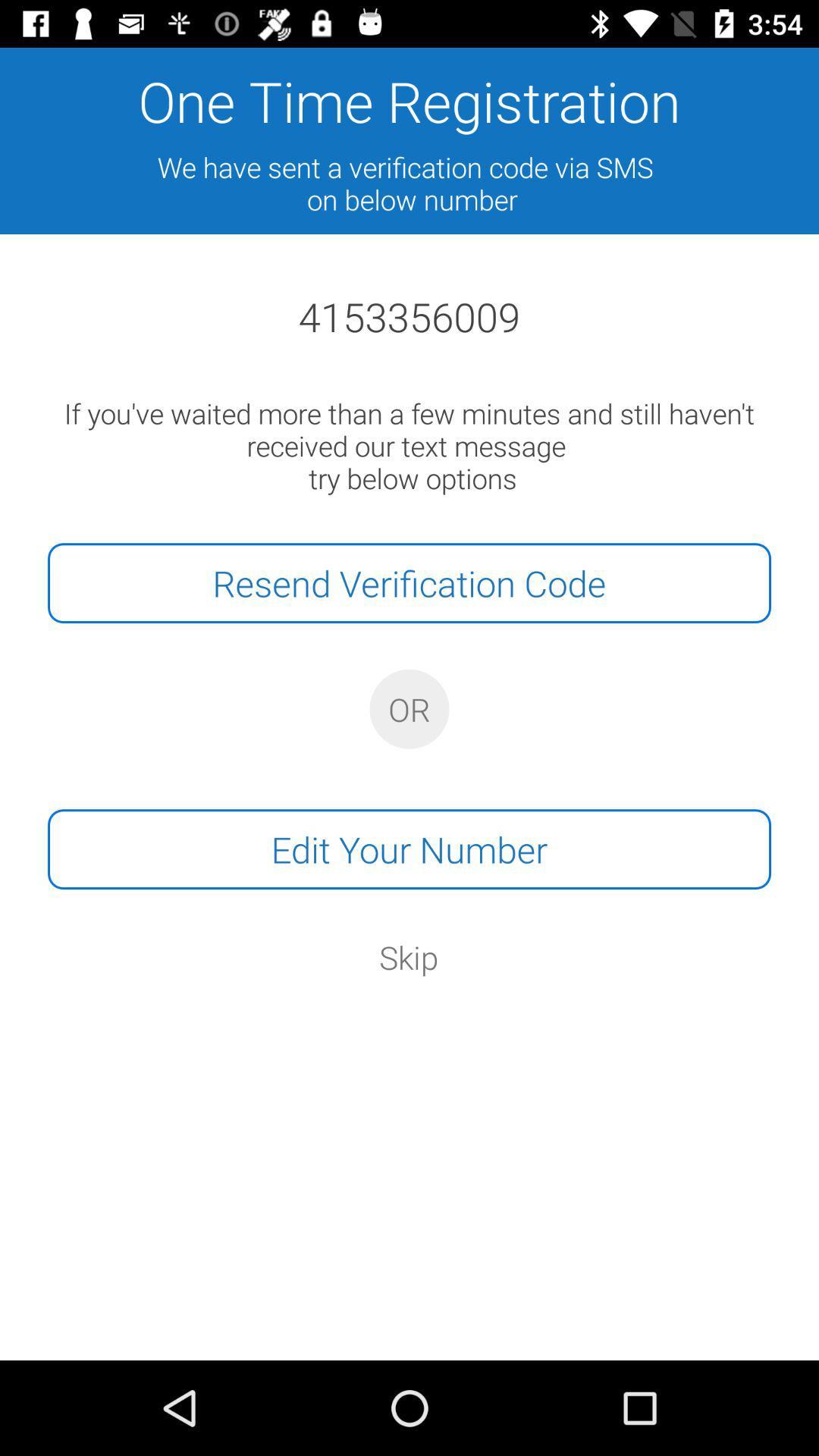 This screenshot has width=819, height=1456. Describe the element at coordinates (409, 849) in the screenshot. I see `item above skip item` at that location.